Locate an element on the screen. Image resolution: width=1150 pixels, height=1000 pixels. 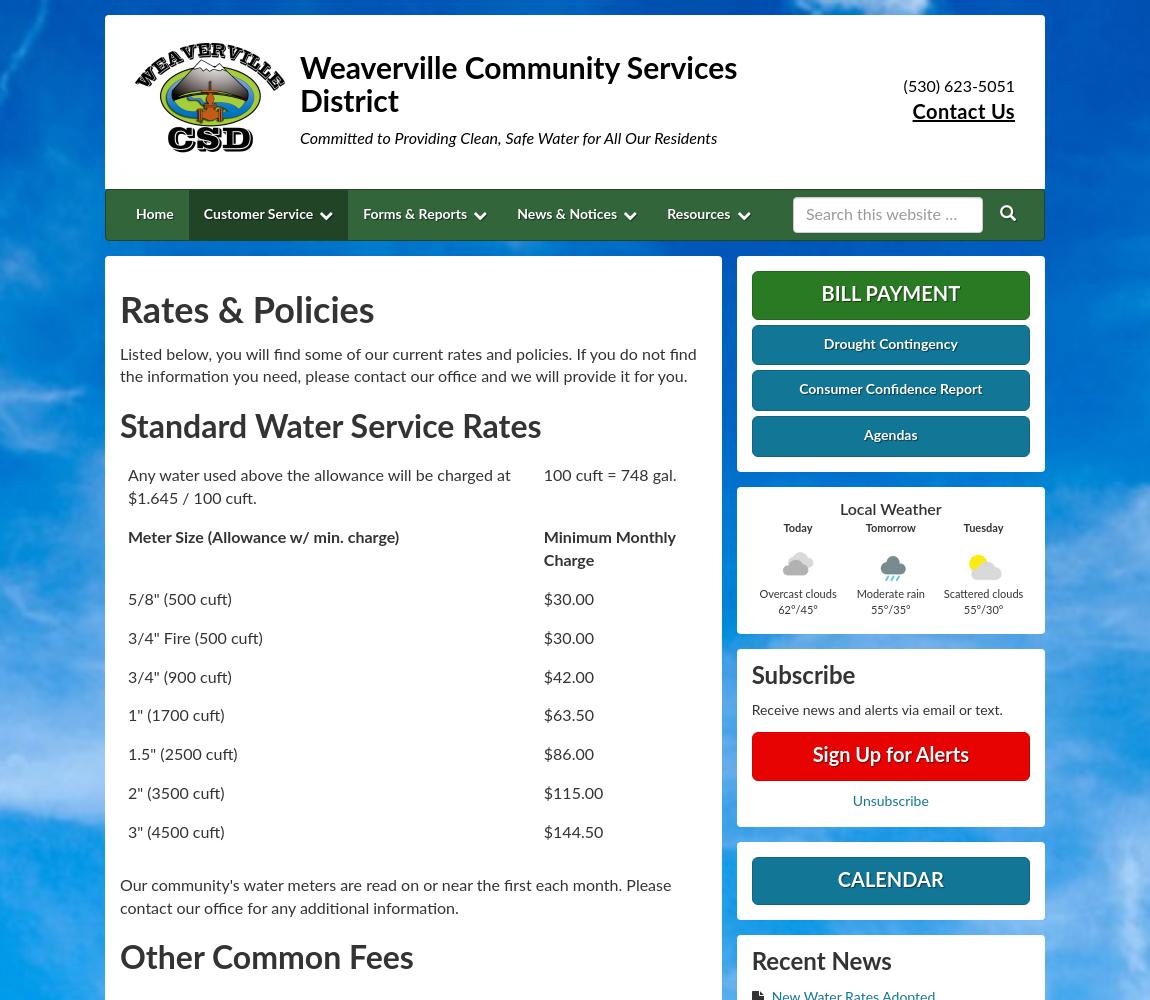
'$42.00' is located at coordinates (567, 677).